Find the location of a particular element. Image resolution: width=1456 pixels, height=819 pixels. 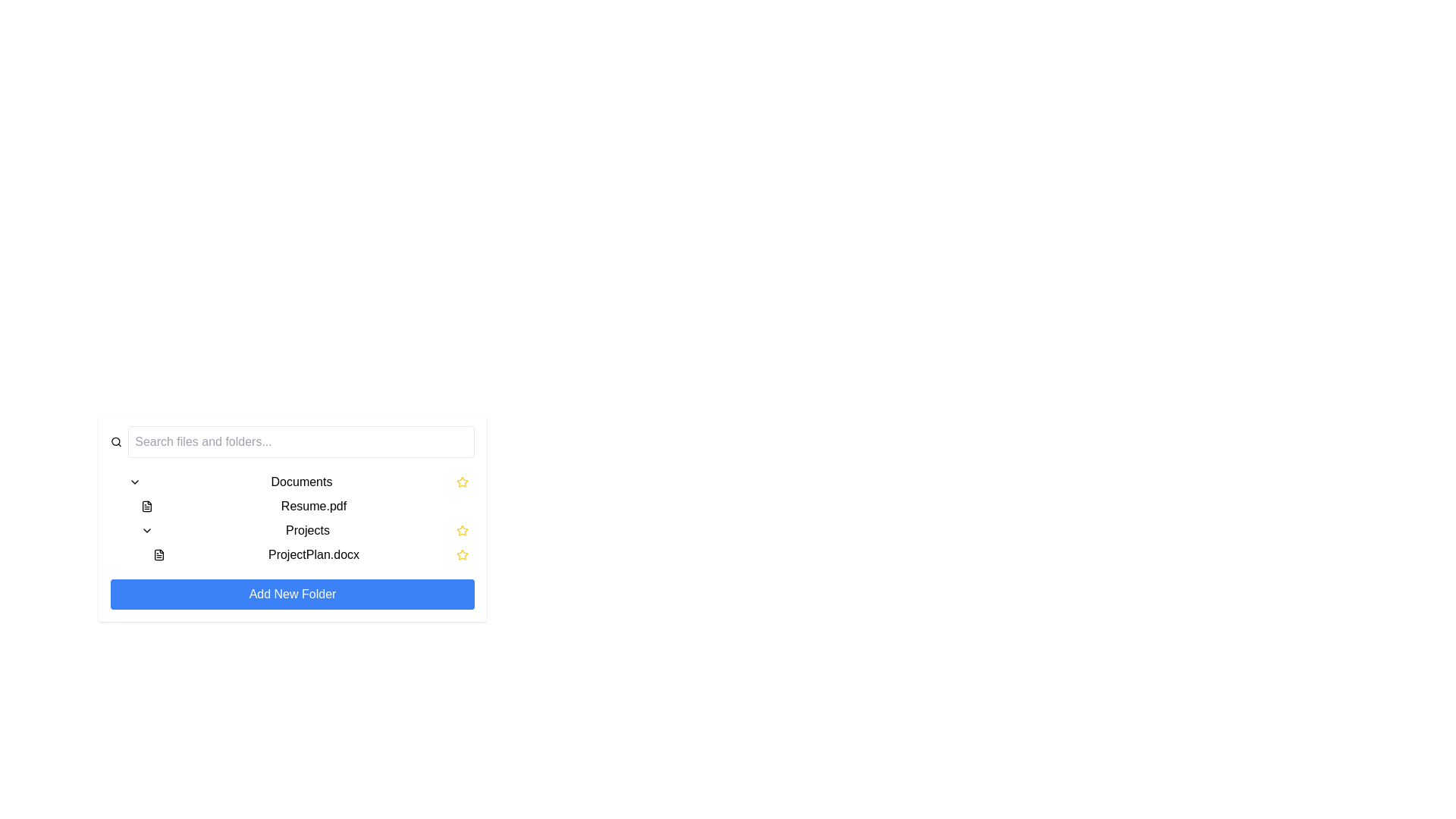

the SVG icon located to the left of the 'Documents' label is located at coordinates (134, 482).